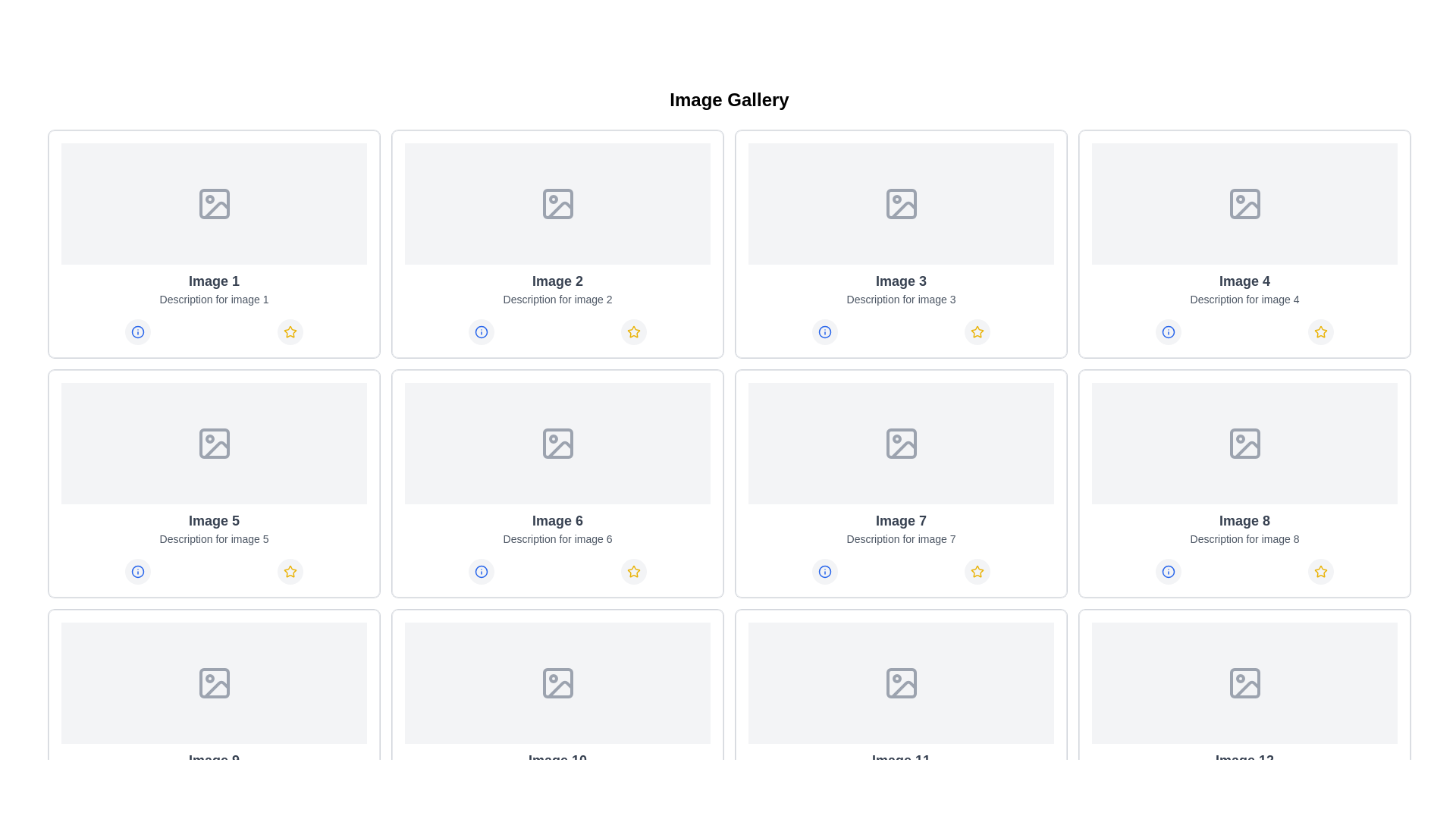 Image resolution: width=1456 pixels, height=819 pixels. I want to click on the star icon located in the control row below the 'Image 6' card to favorite the associated image, so click(634, 571).